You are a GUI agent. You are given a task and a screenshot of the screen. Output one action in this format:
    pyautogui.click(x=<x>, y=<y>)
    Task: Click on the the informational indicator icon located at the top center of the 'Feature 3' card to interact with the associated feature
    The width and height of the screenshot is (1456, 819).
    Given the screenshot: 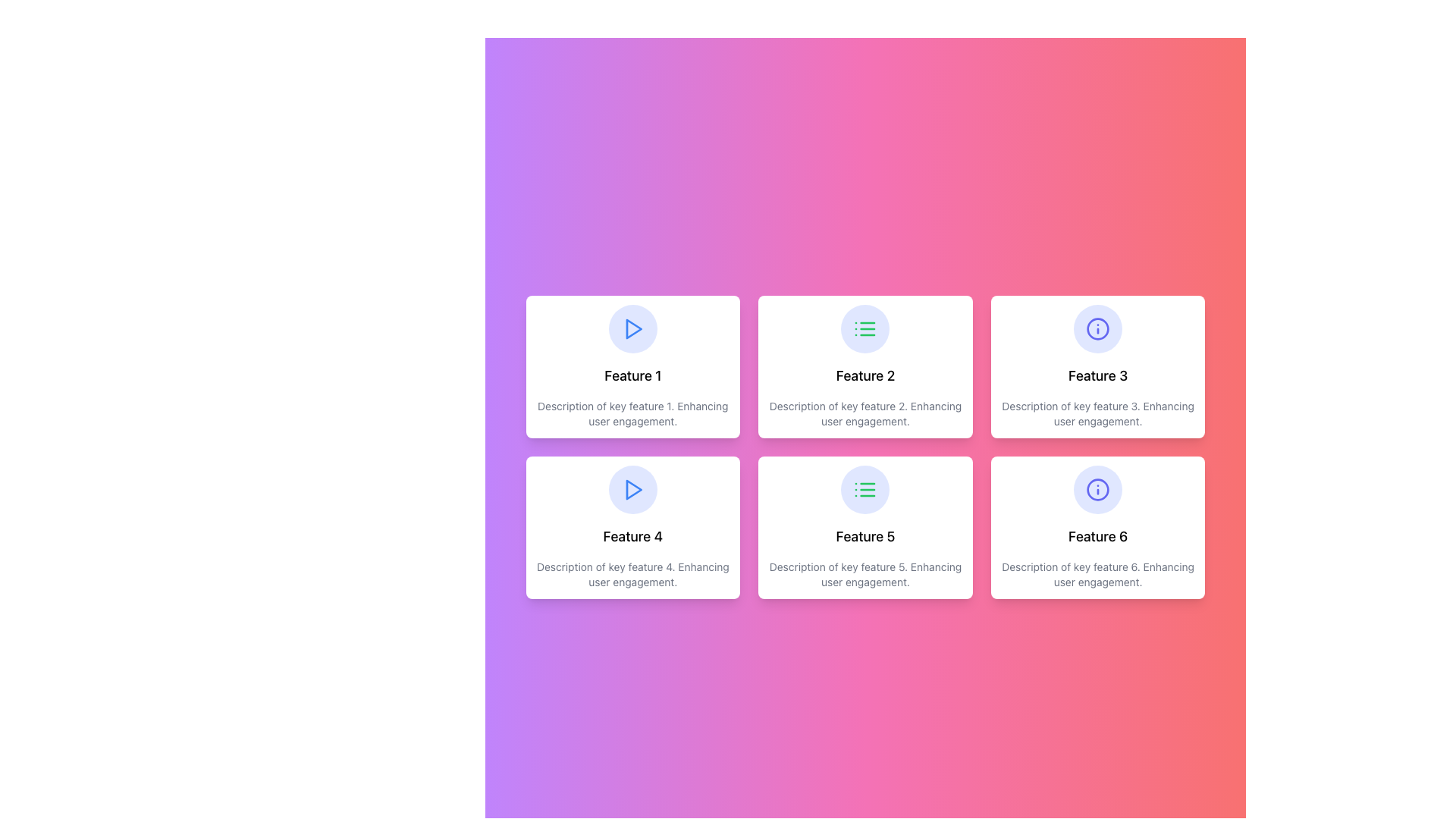 What is the action you would take?
    pyautogui.click(x=1098, y=328)
    